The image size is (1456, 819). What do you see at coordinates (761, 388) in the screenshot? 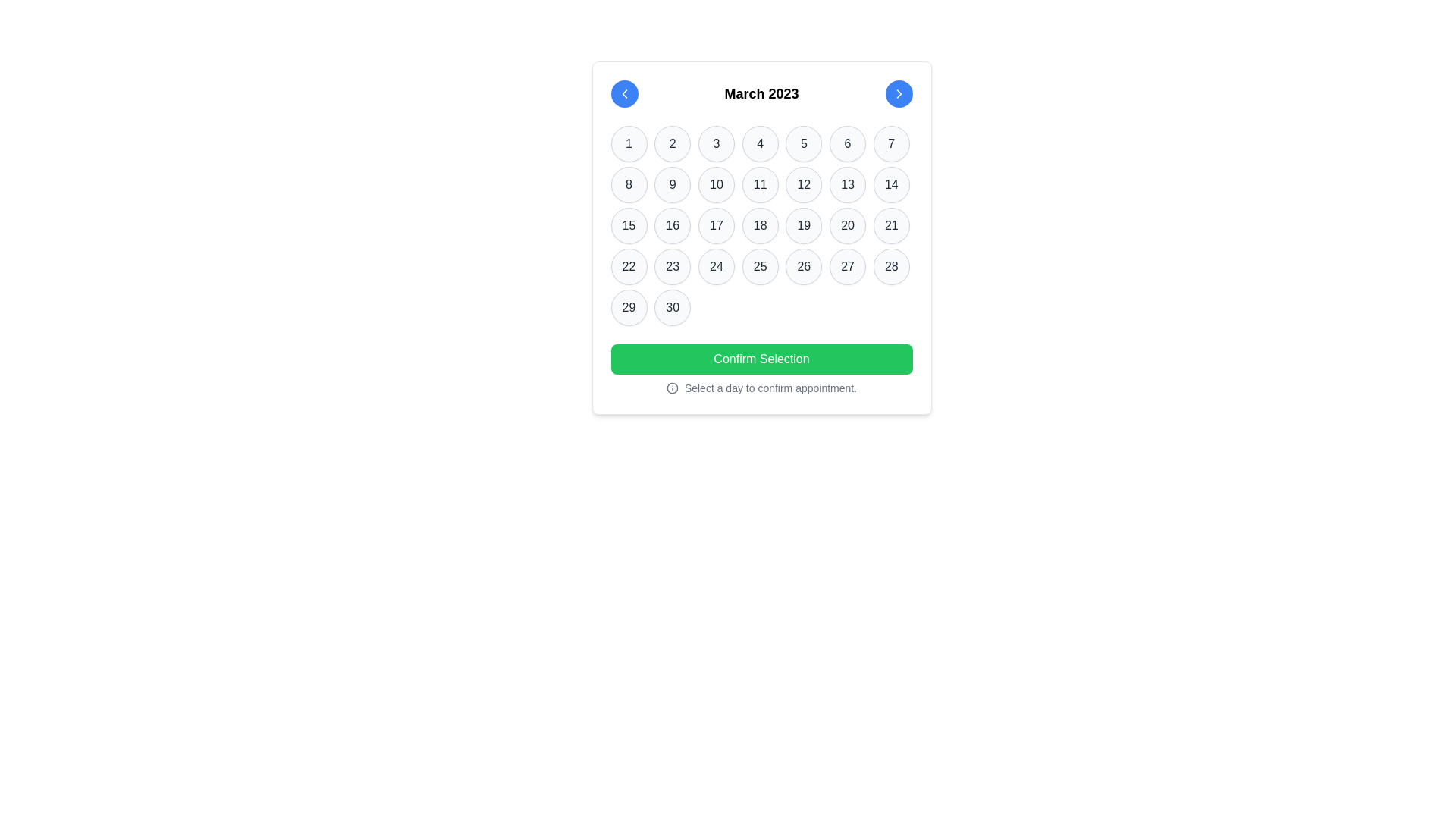
I see `the icon in the Label that provides additional information about confirming an appointment, which is located below the 'Confirm Selection' button in the modal` at bounding box center [761, 388].